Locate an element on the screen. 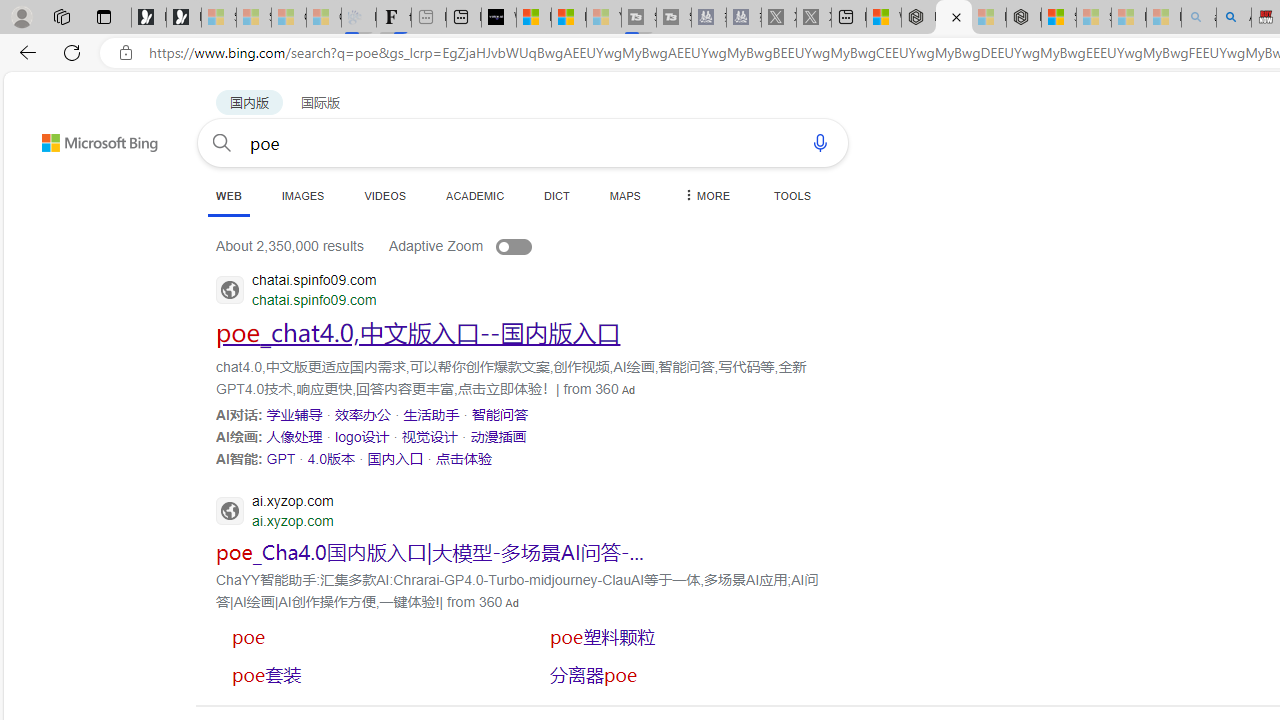 The height and width of the screenshot is (720, 1280). 'Nordace - Summer Adventures 2024' is located at coordinates (918, 17).